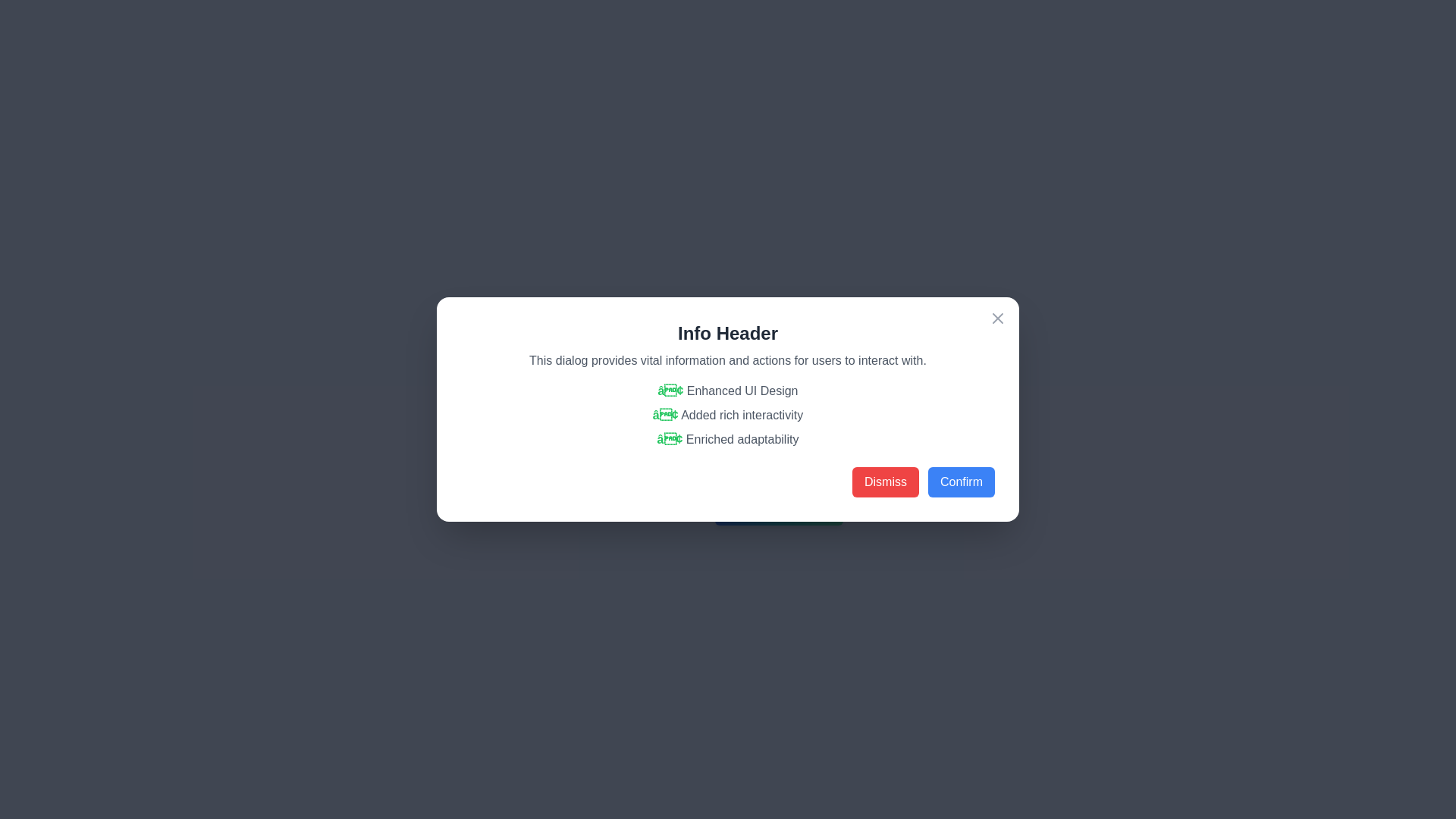  What do you see at coordinates (669, 439) in the screenshot?
I see `the bullet point icon that serves as the third bullet point in the list displayed in the middle of the modal dialog` at bounding box center [669, 439].